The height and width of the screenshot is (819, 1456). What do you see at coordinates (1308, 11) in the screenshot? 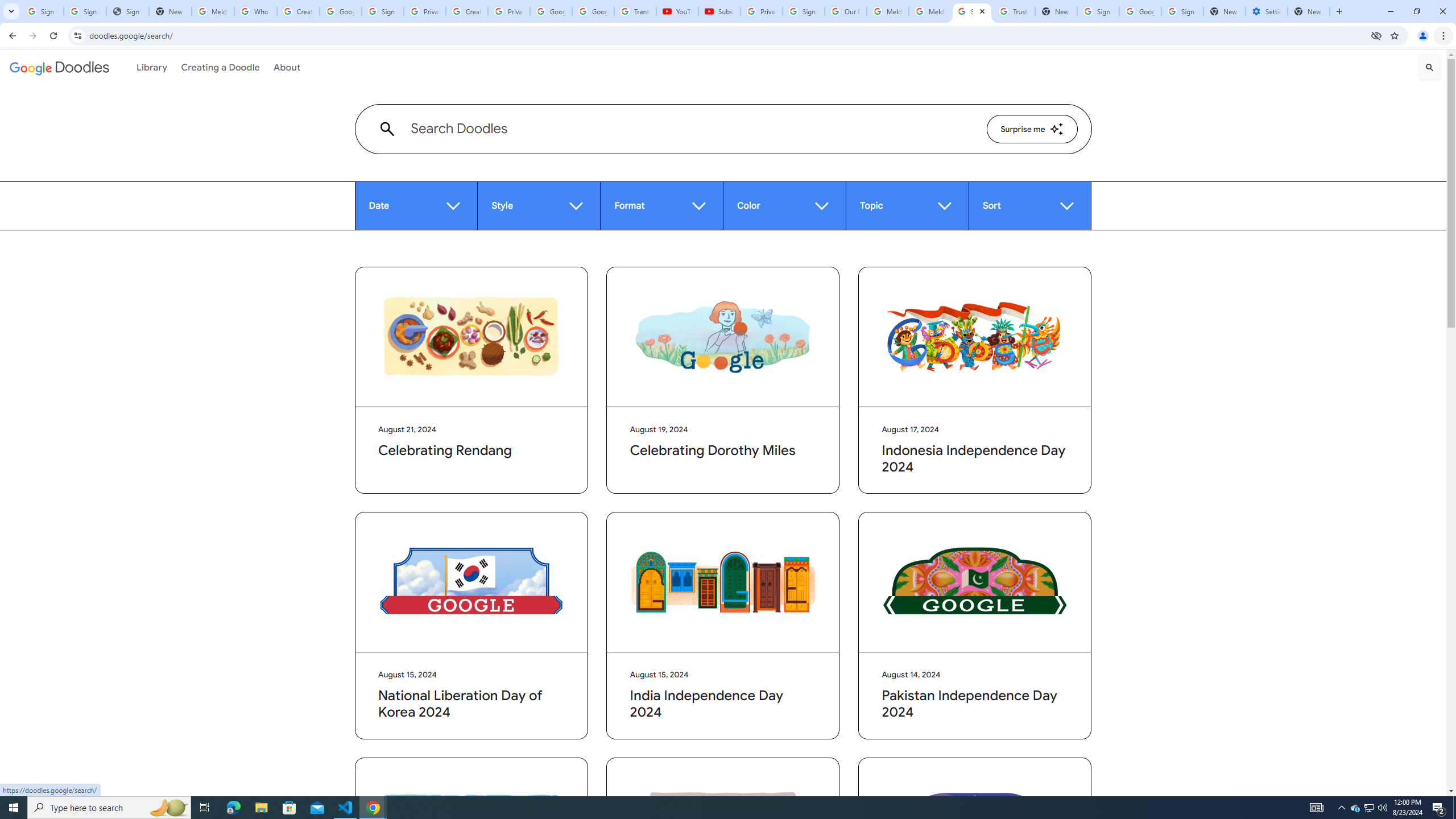
I see `'New Tab'` at bounding box center [1308, 11].